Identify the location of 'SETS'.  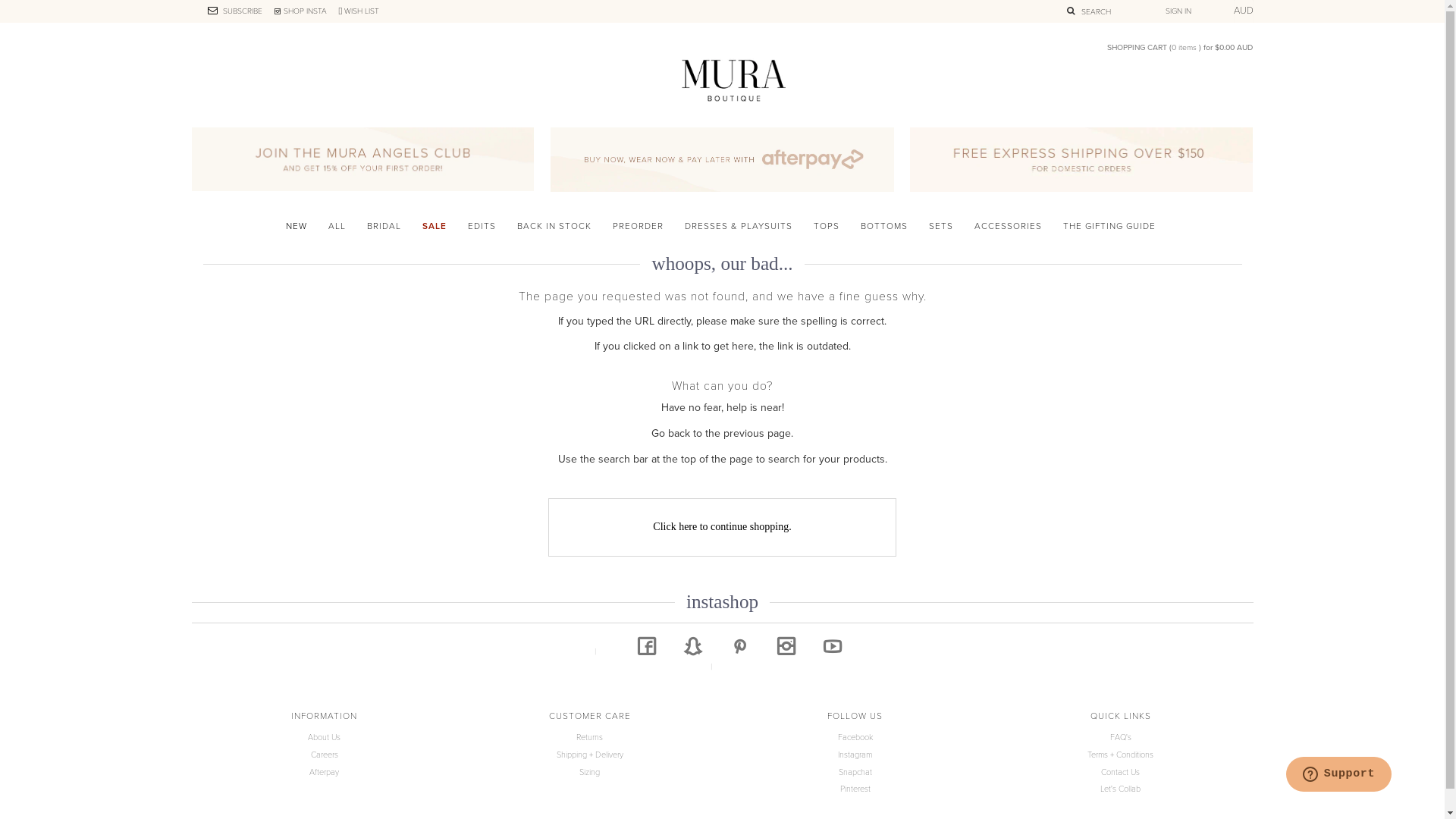
(940, 226).